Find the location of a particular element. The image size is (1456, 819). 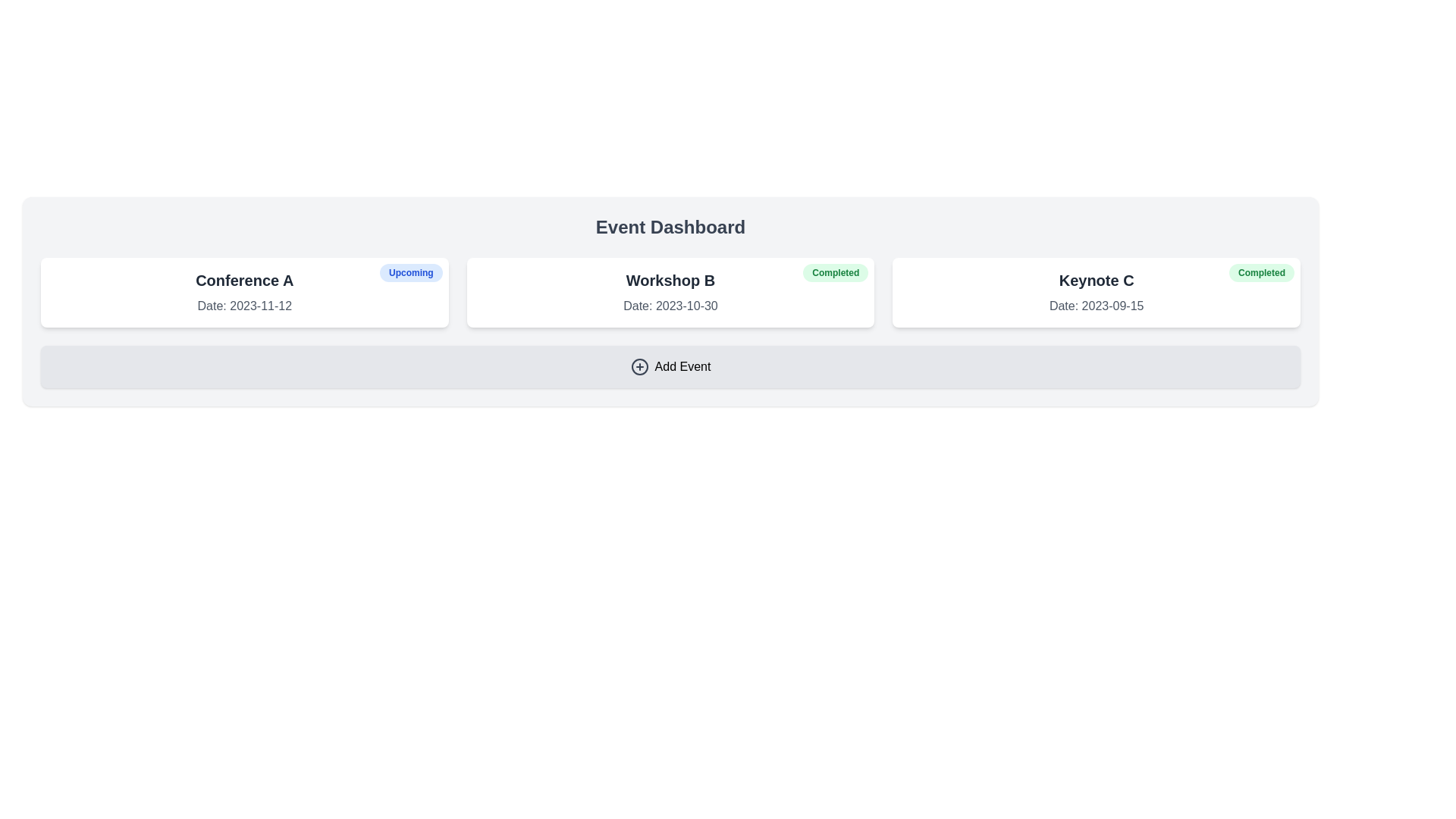

the date label located below the title 'Conference A' in the top-left card of the grouped layout is located at coordinates (244, 306).